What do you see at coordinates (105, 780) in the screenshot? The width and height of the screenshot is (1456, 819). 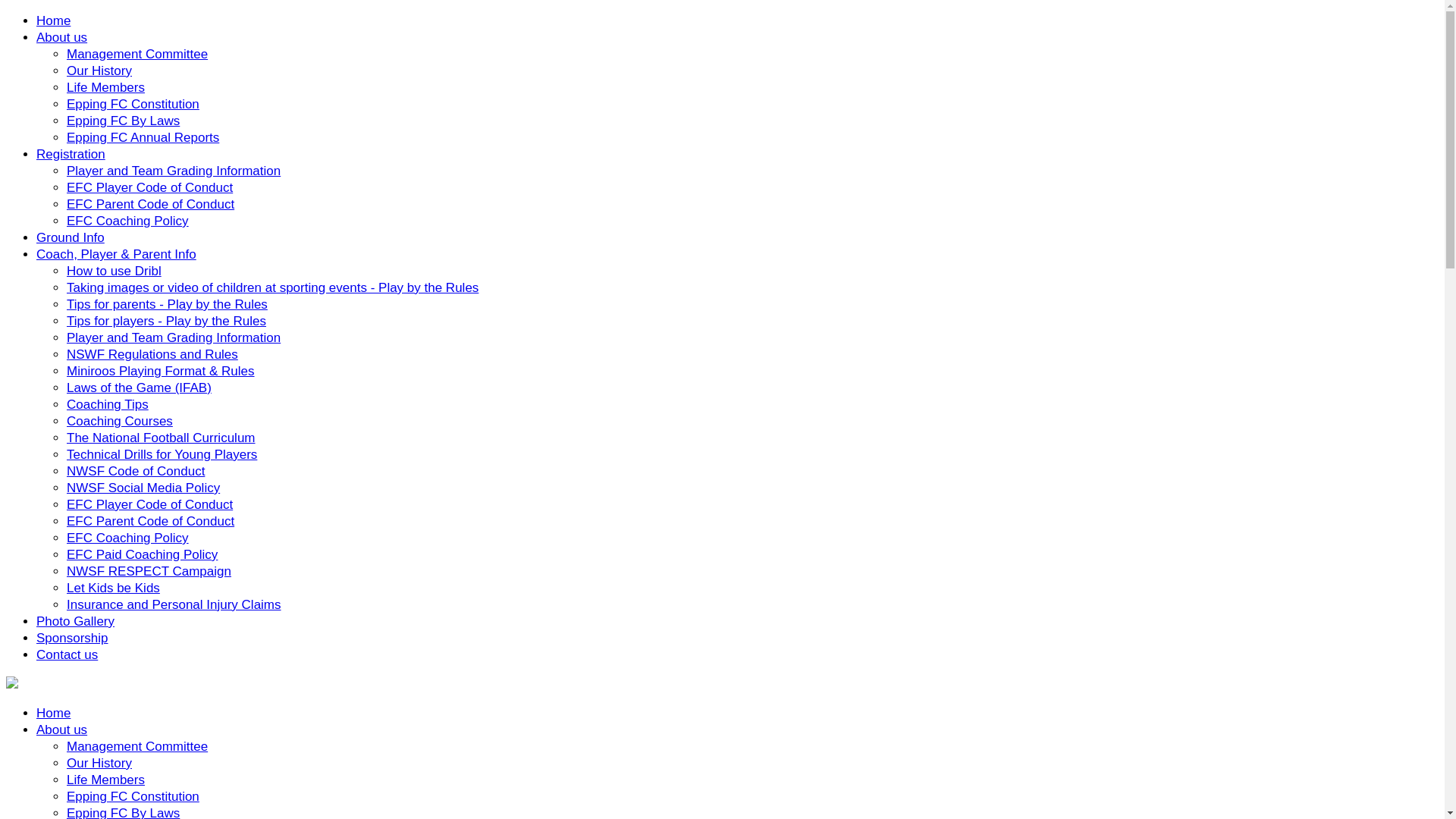 I see `'Life Members'` at bounding box center [105, 780].